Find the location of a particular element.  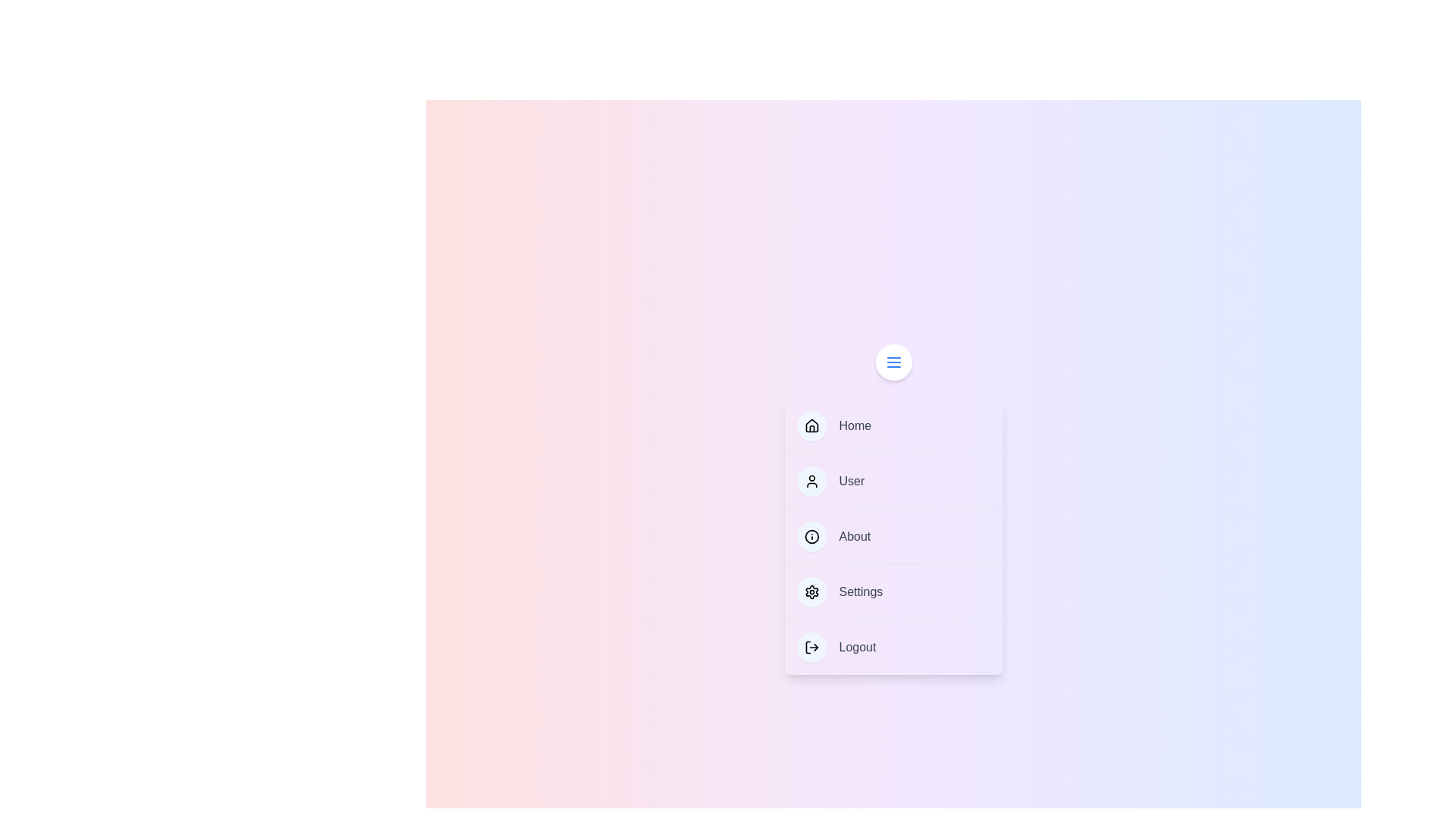

the menu item labeled Logout is located at coordinates (893, 647).